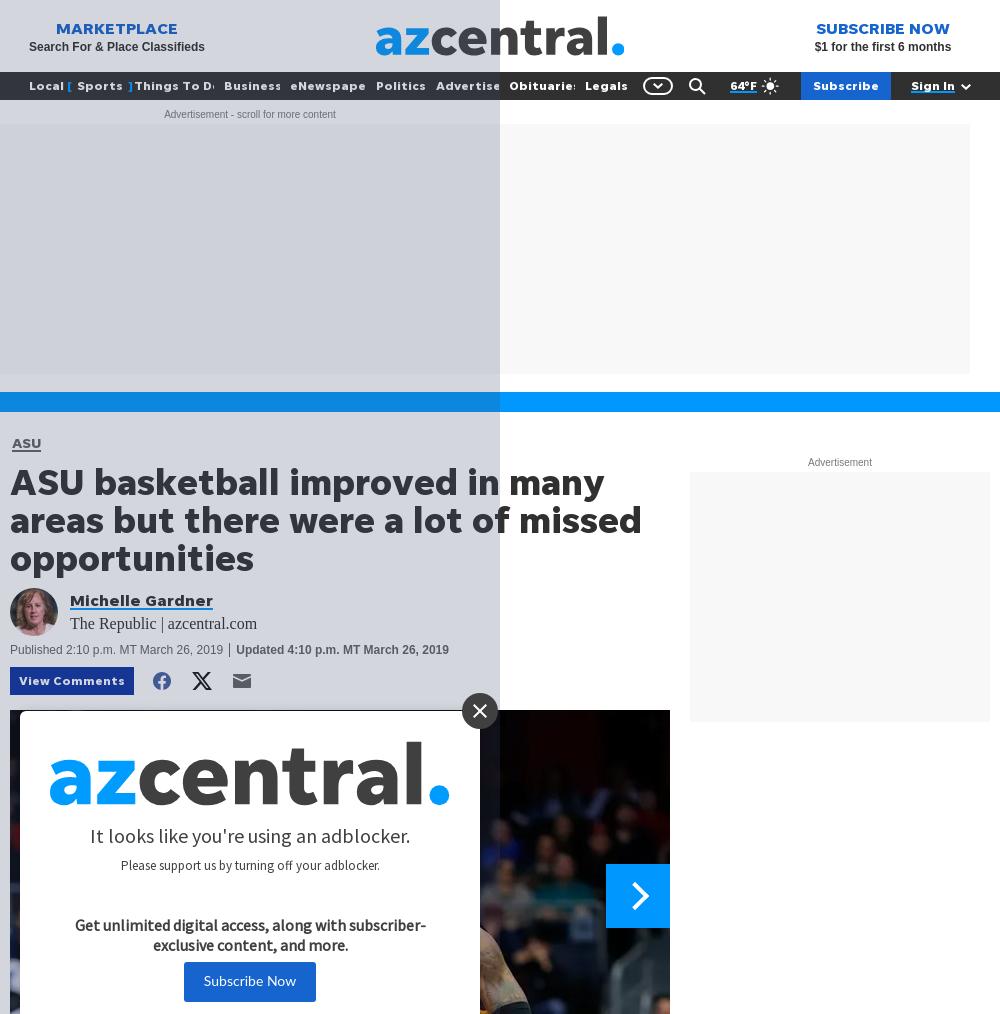 This screenshot has height=1014, width=1000. Describe the element at coordinates (46, 84) in the screenshot. I see `'Local'` at that location.